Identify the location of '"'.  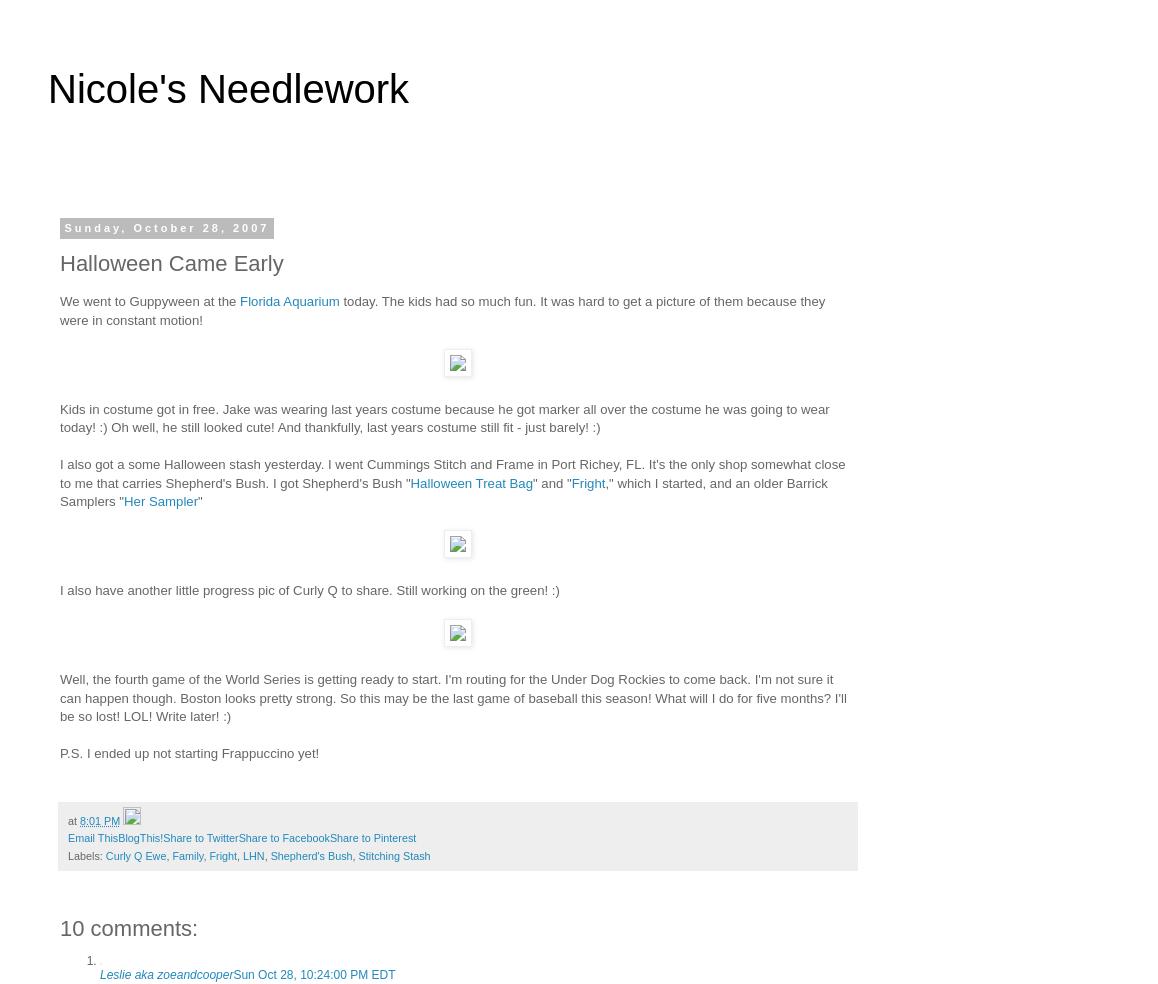
(199, 500).